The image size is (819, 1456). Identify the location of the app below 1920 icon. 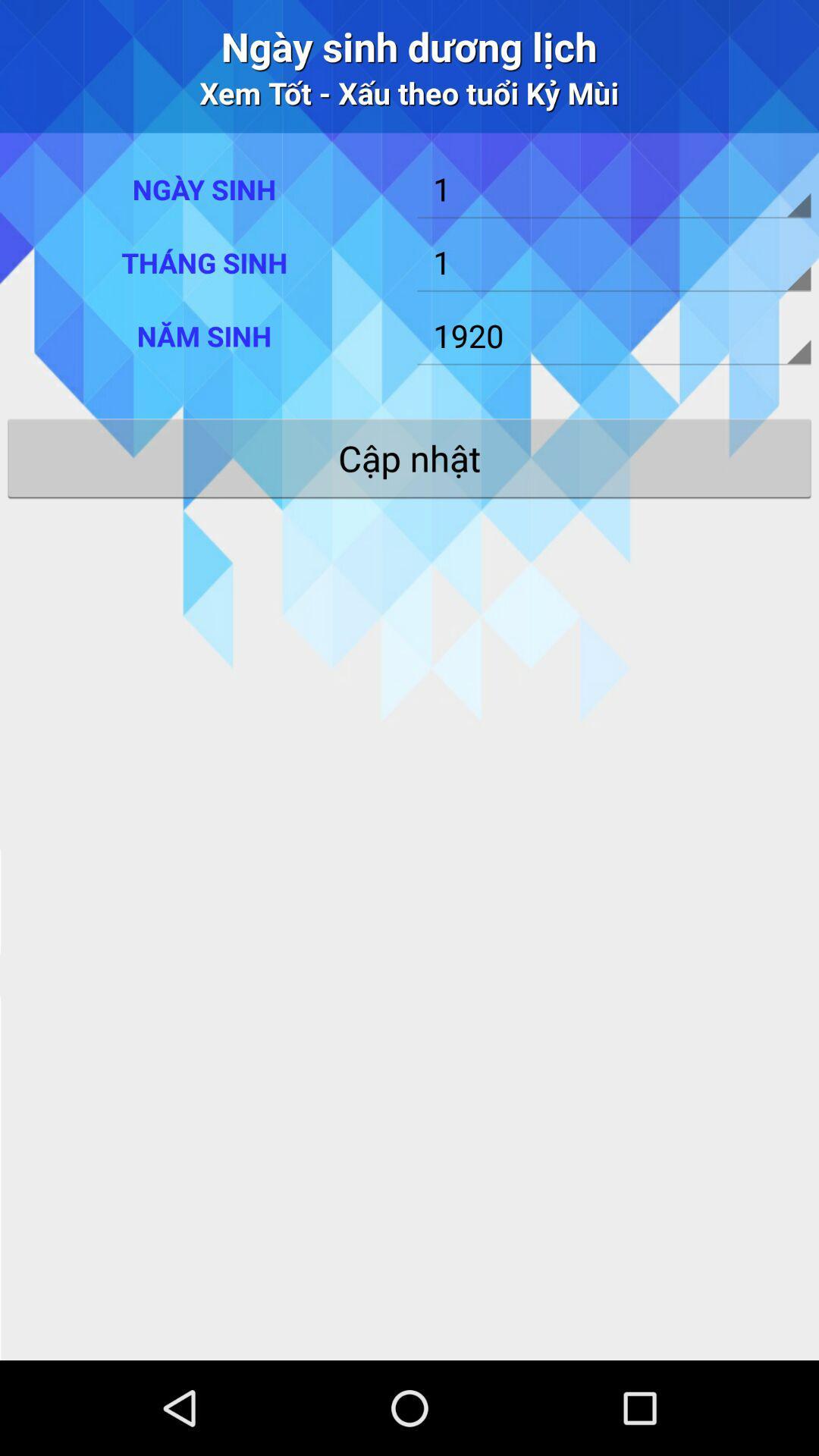
(409, 457).